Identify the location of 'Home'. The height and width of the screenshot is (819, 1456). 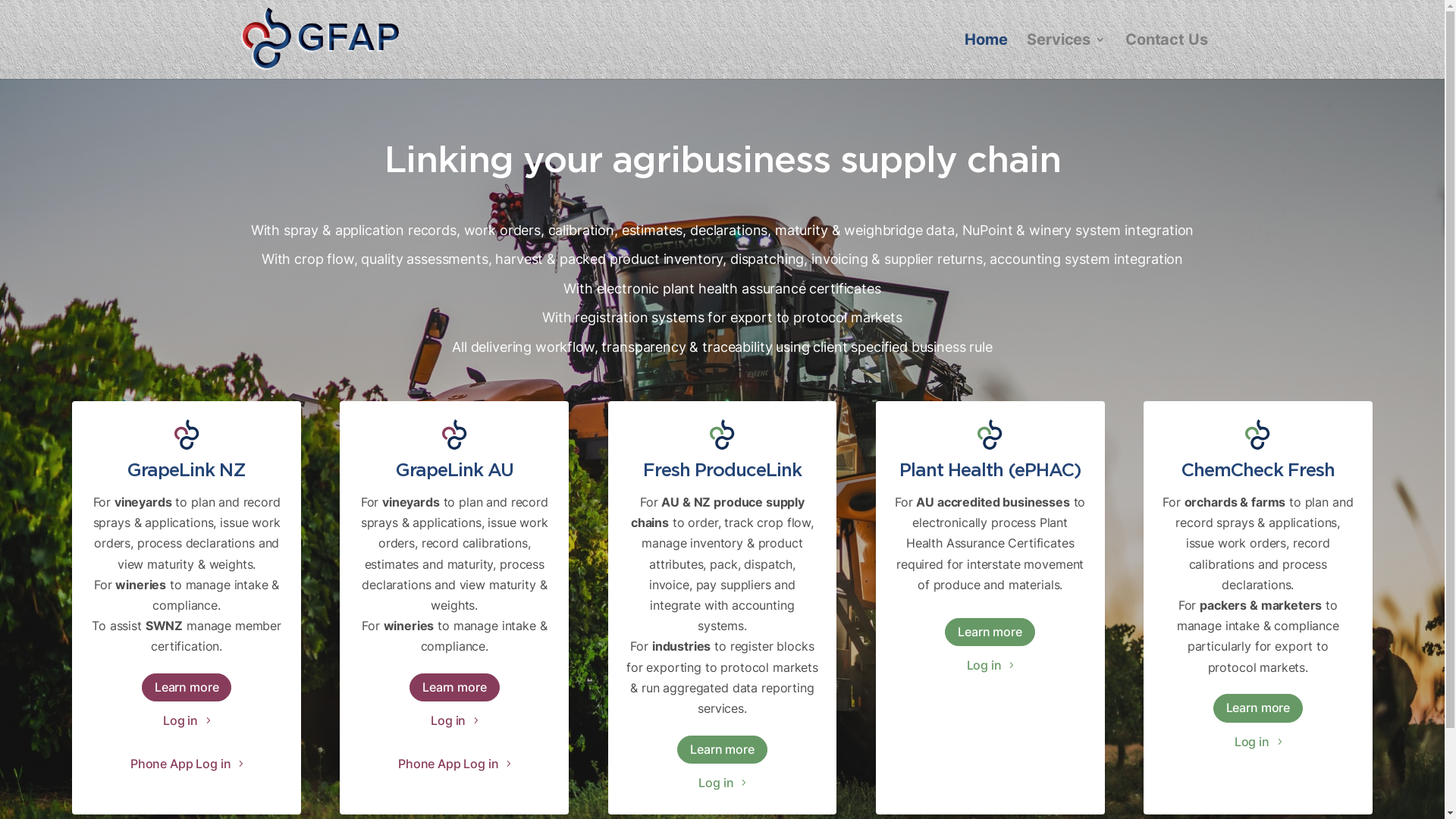
(986, 55).